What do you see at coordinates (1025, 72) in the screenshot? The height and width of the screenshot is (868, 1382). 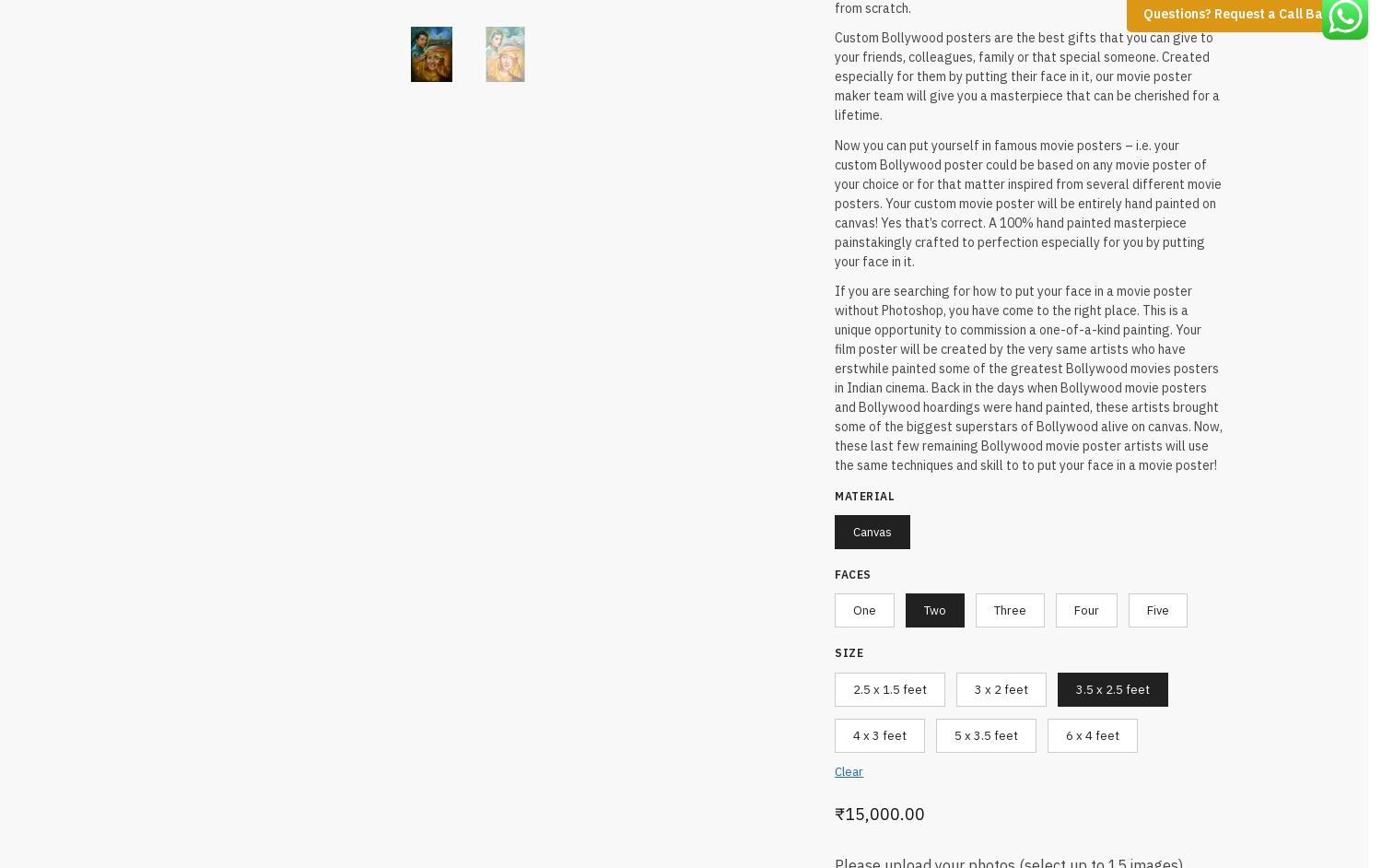 I see `'Custom Bollywood posters are the best gifts that you can give to your friends, colleagues, family or that special someone. Created especially for them by putting their face in it, our movie poster maker team will give you a masterpiece that can be cherished for a lifetime.'` at bounding box center [1025, 72].